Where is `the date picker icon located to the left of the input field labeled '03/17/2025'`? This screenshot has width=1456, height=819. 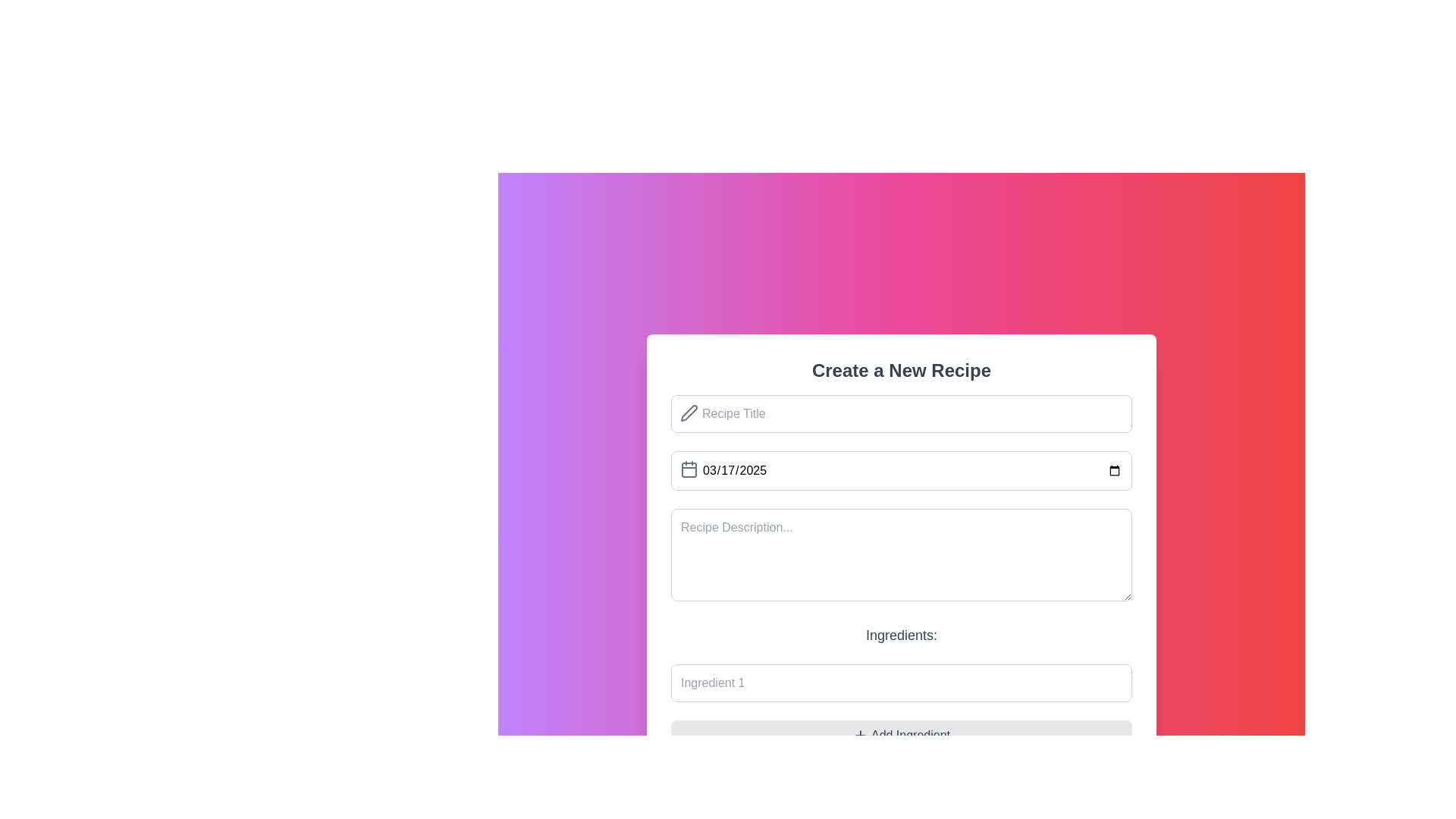
the date picker icon located to the left of the input field labeled '03/17/2025' is located at coordinates (688, 468).